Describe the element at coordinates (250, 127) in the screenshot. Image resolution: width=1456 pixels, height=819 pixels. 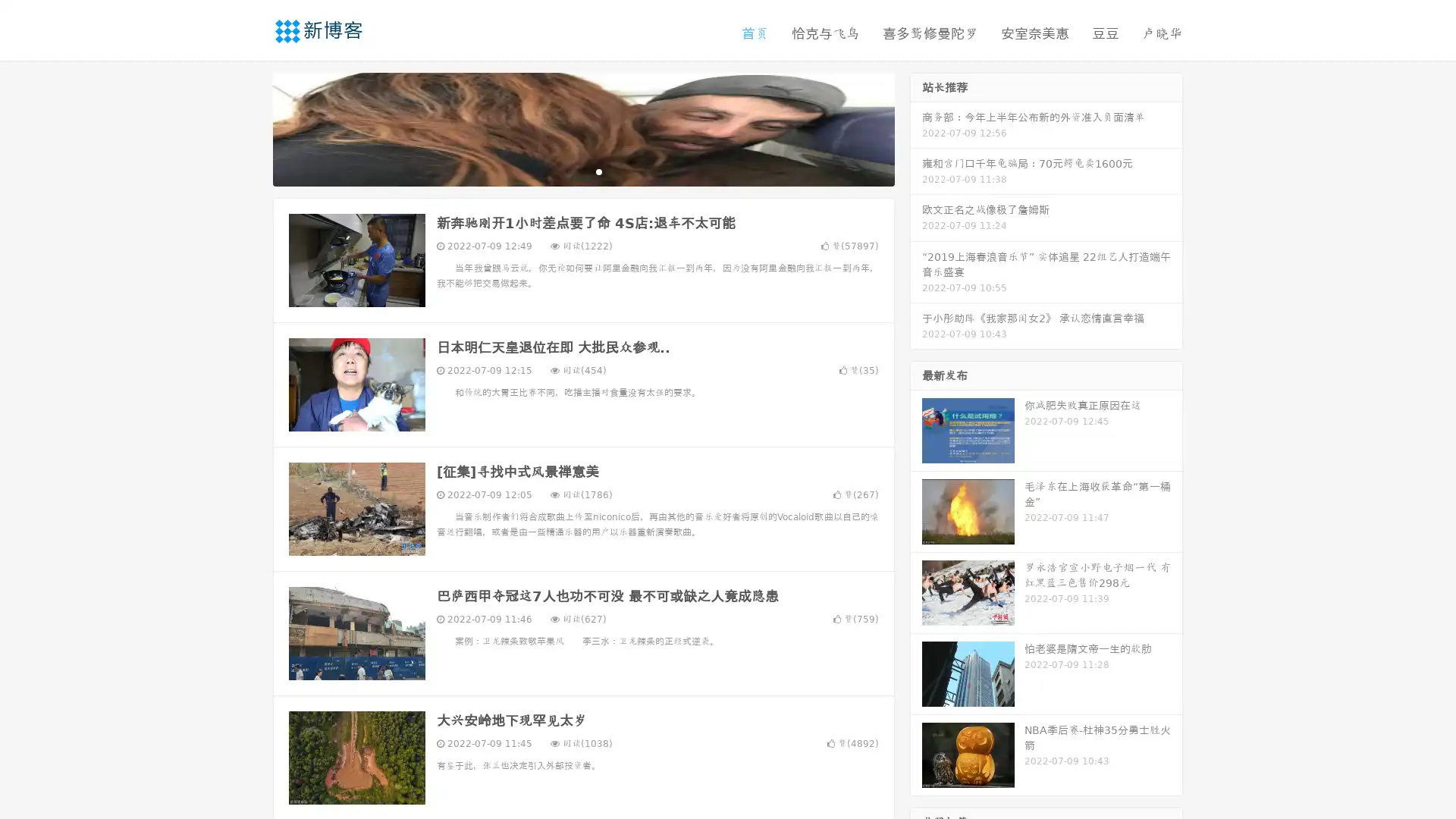
I see `Previous slide` at that location.